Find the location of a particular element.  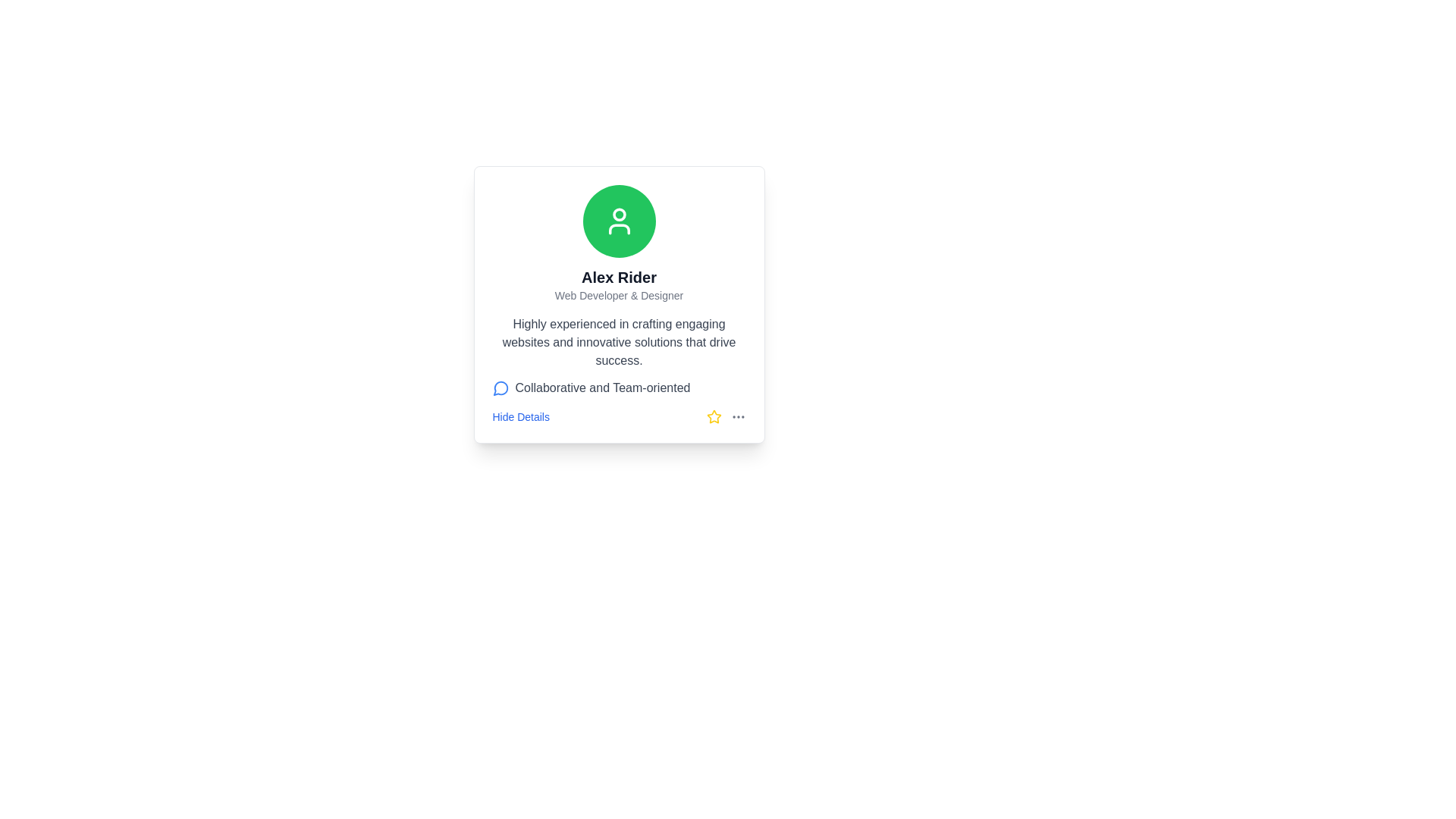

the descriptive information text block that says 'Collaborative and Team-oriented' with a blue conversation bubble icon, located below the text 'Highly experienced in crafting engaging websites and innovative solutions that drive success' is located at coordinates (619, 388).